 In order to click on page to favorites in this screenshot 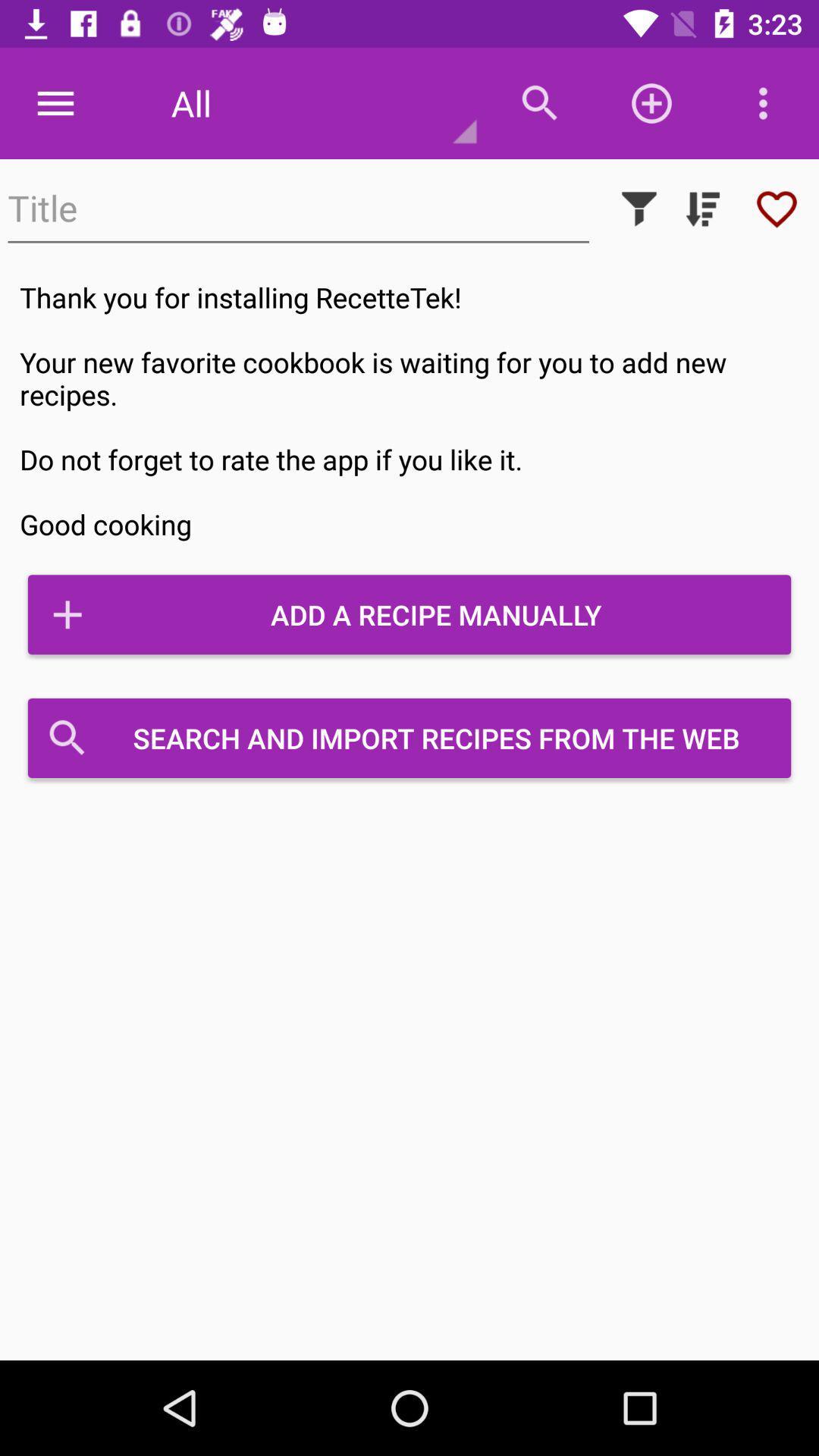, I will do `click(777, 208)`.